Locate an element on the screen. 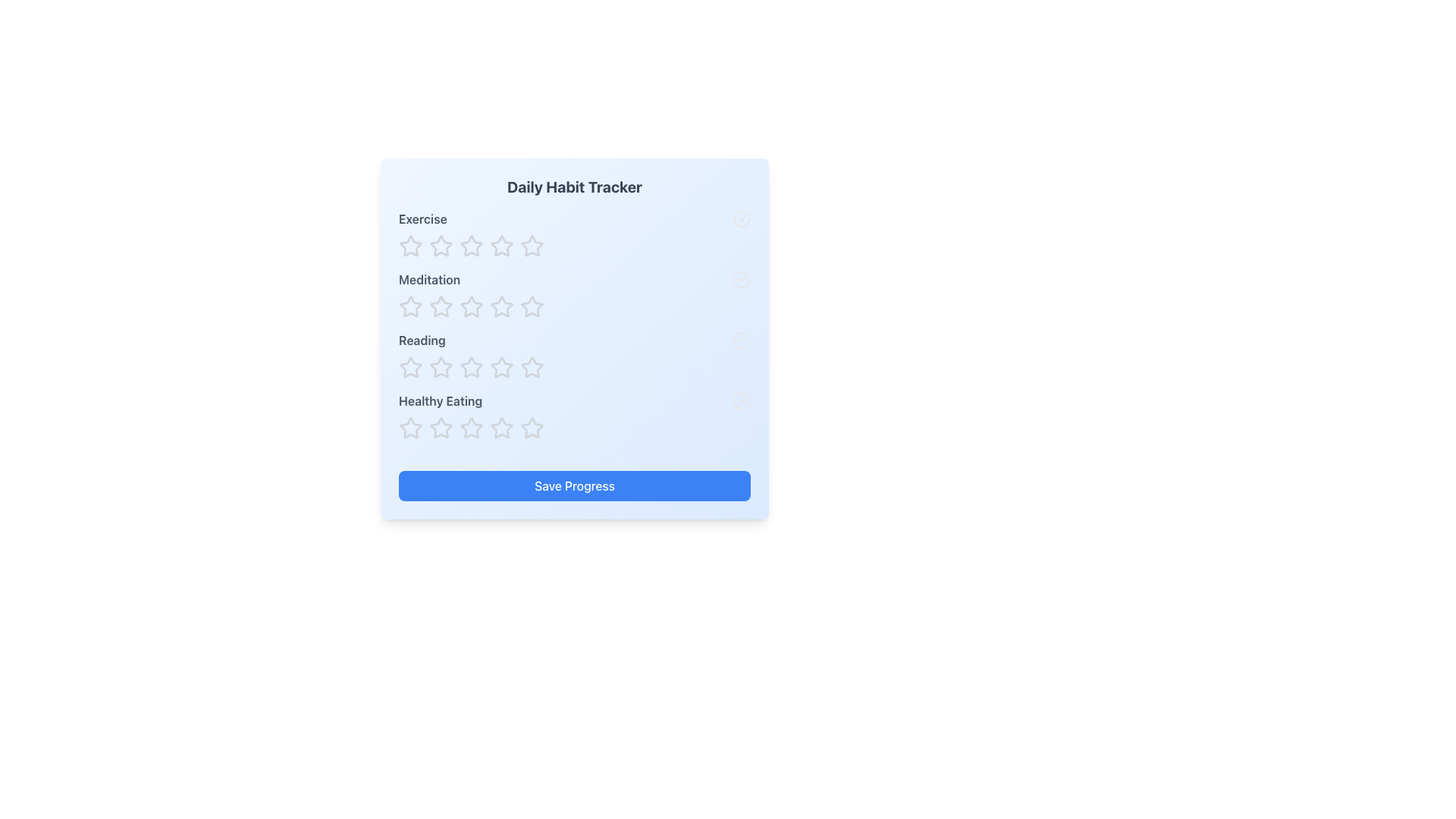  the third star-shaped interactive button used for rating in the 'Healthy Eating' section of the UI is located at coordinates (440, 428).